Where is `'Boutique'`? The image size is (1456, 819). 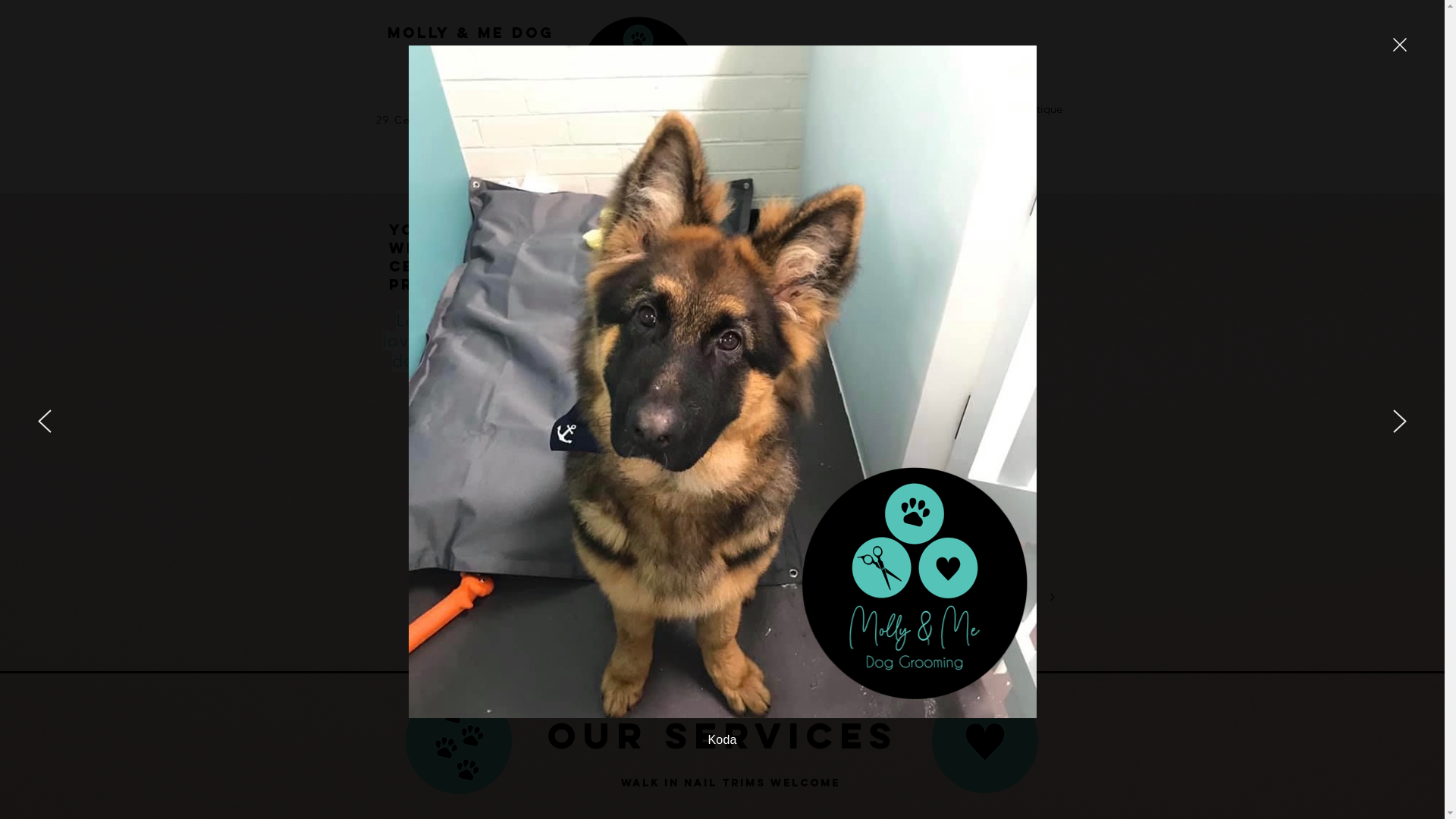 'Boutique' is located at coordinates (1005, 108).